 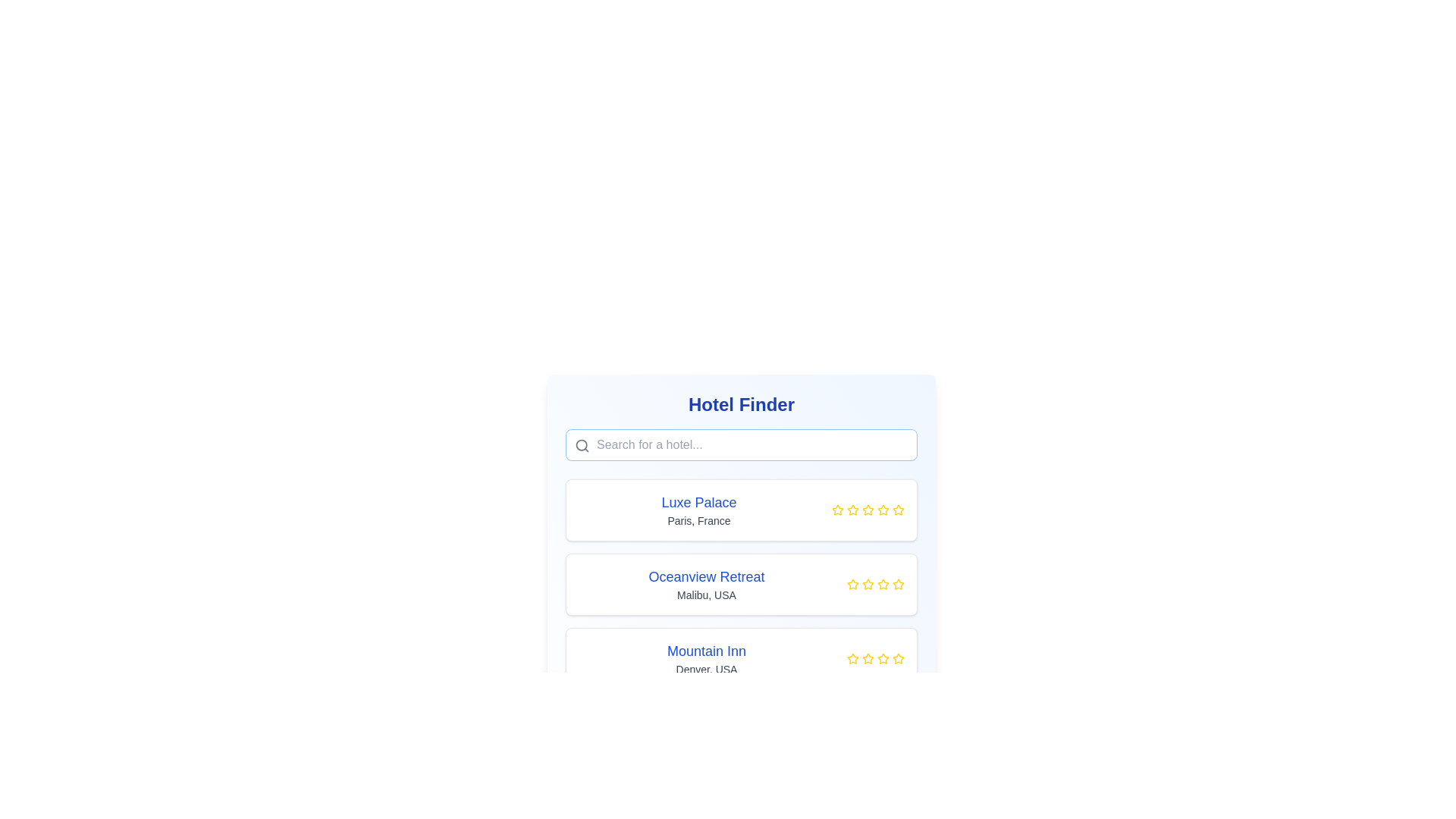 What do you see at coordinates (868, 510) in the screenshot?
I see `the fifth yellow star icon in the rating system located to the right of 'Luxe Palace, Paris, France' to give it a rating` at bounding box center [868, 510].